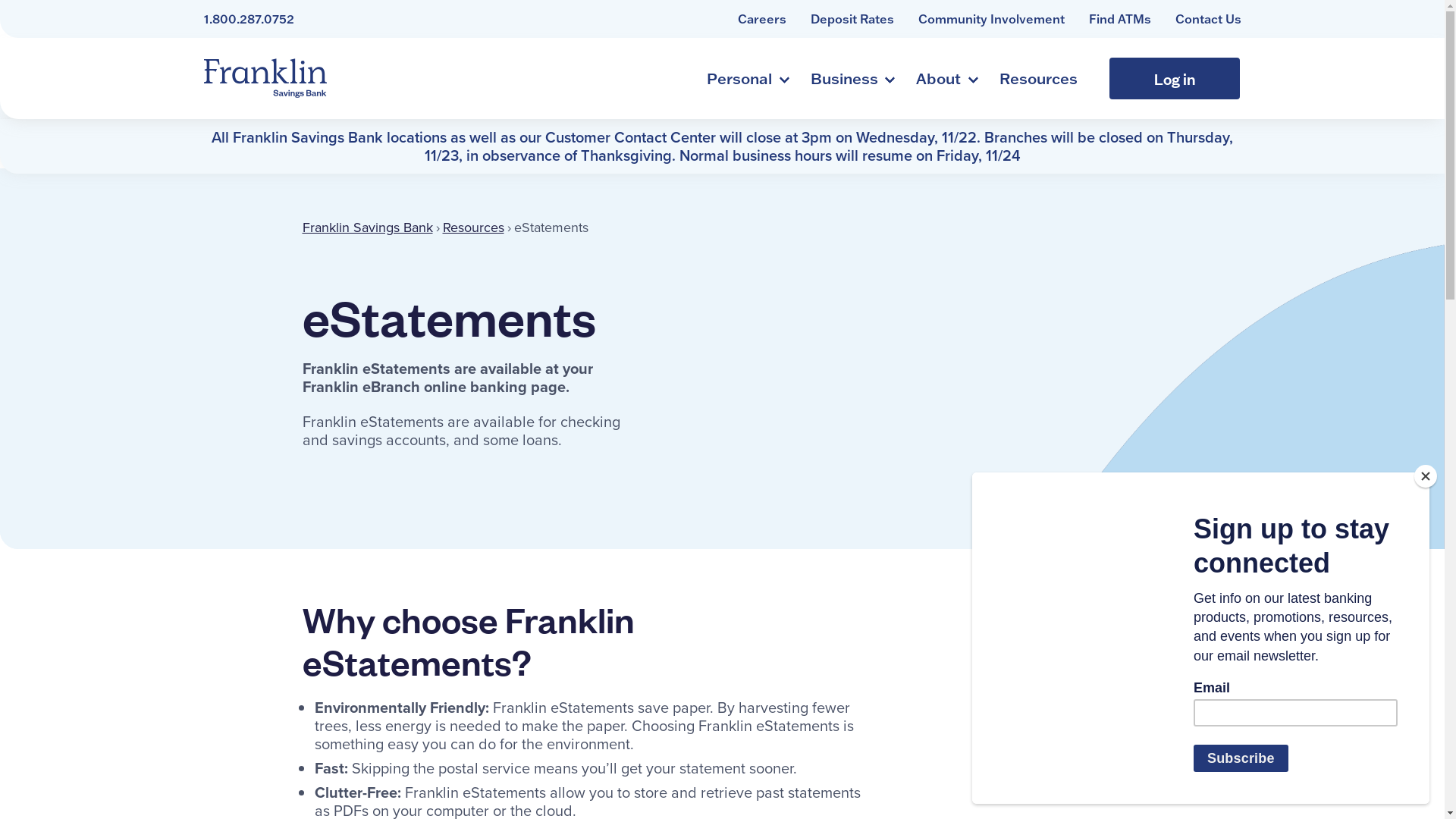 The width and height of the screenshot is (1456, 819). I want to click on '1.800.287.0752', so click(248, 18).